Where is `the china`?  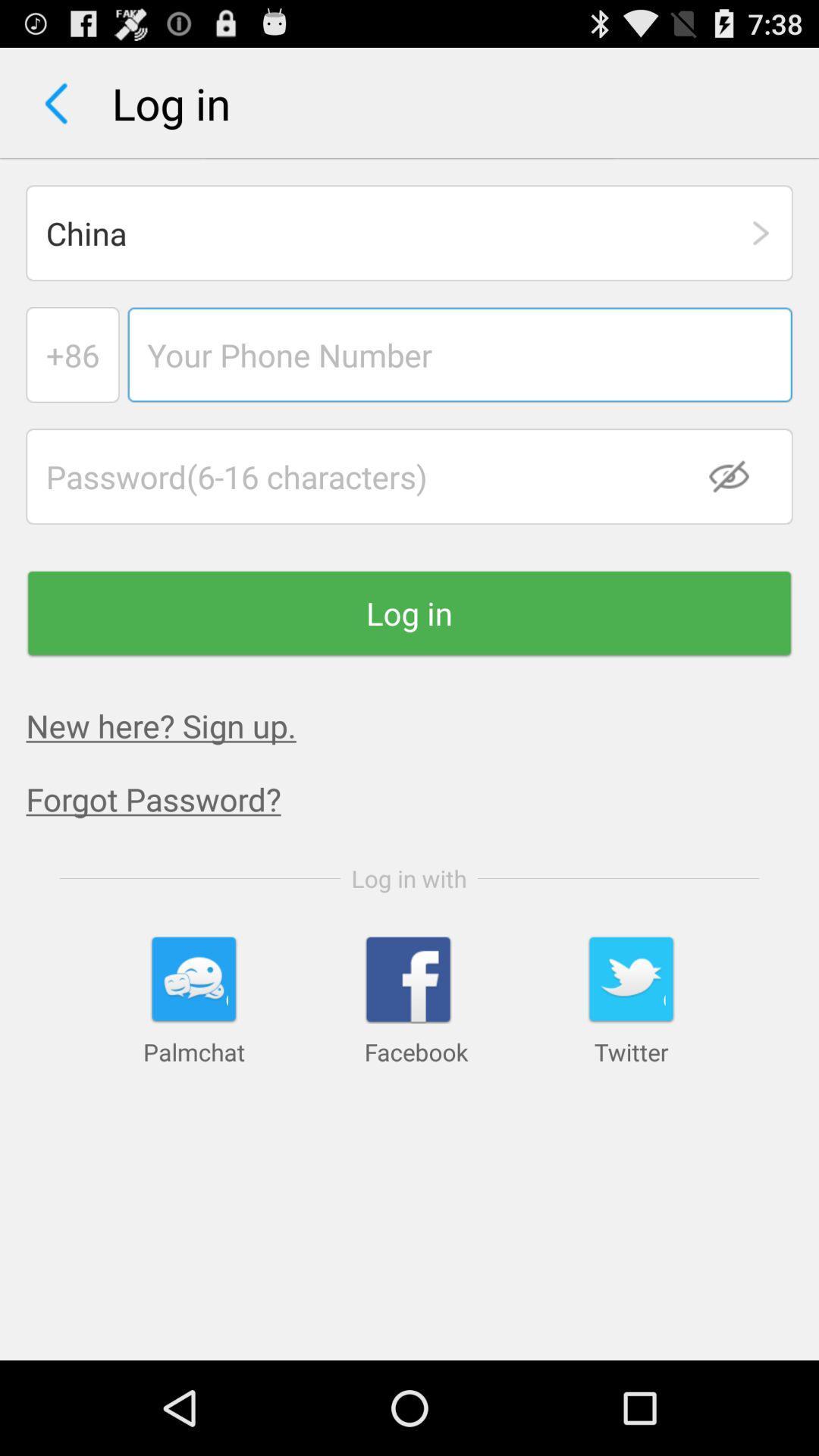
the china is located at coordinates (409, 232).